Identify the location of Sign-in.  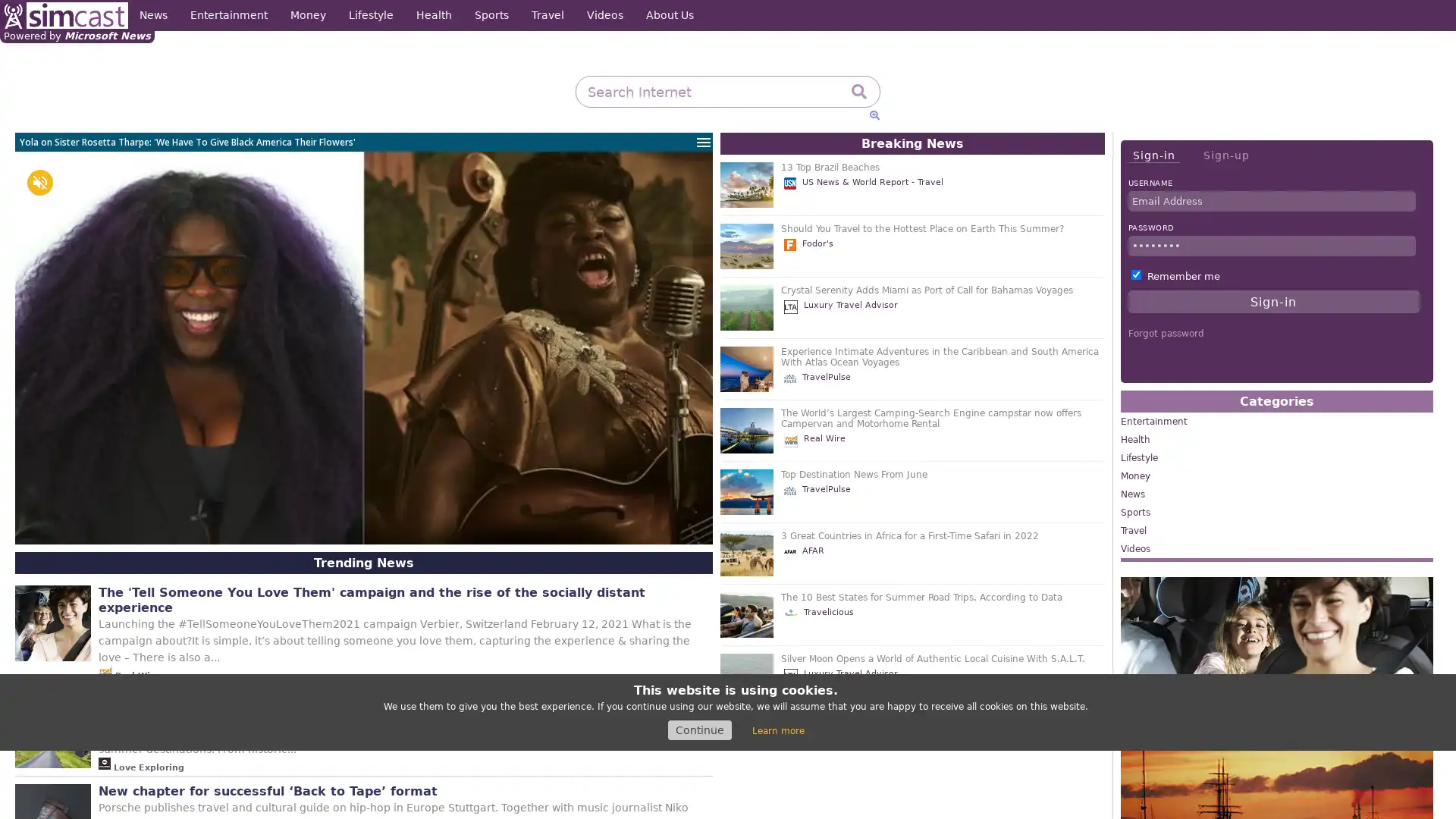
(1273, 301).